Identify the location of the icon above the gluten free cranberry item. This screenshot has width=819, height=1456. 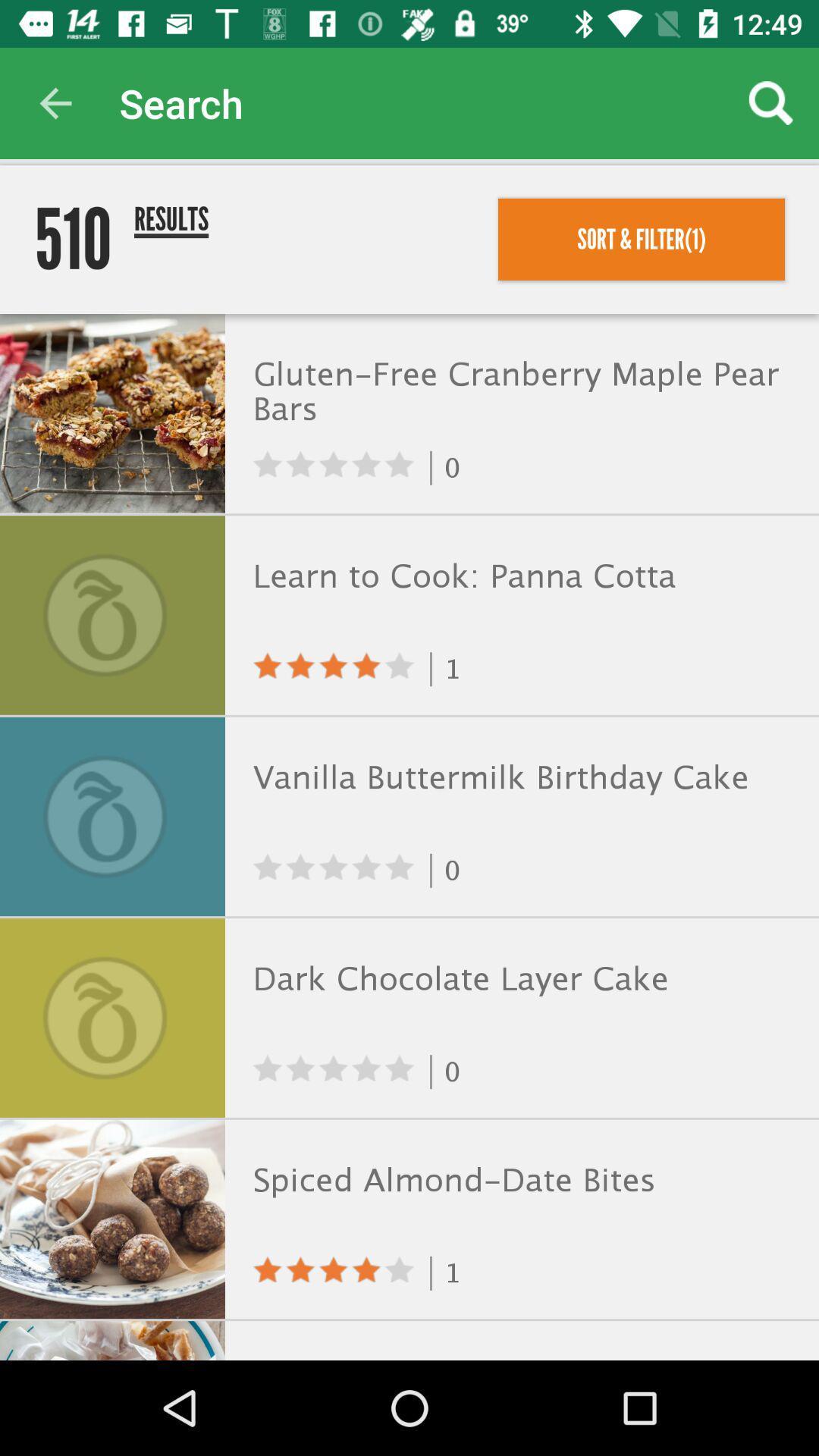
(641, 238).